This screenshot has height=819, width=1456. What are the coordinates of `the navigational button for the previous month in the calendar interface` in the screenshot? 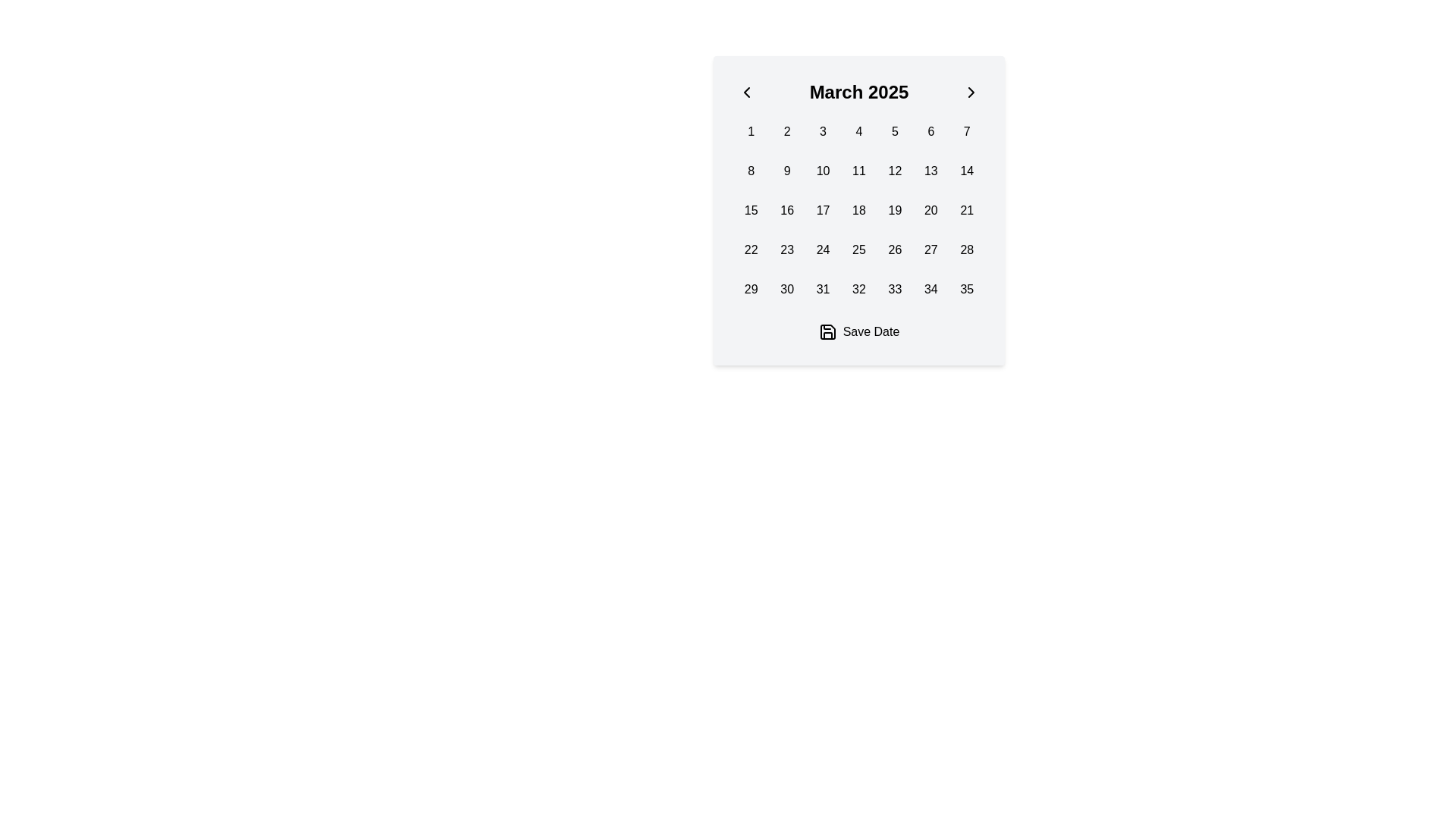 It's located at (746, 93).